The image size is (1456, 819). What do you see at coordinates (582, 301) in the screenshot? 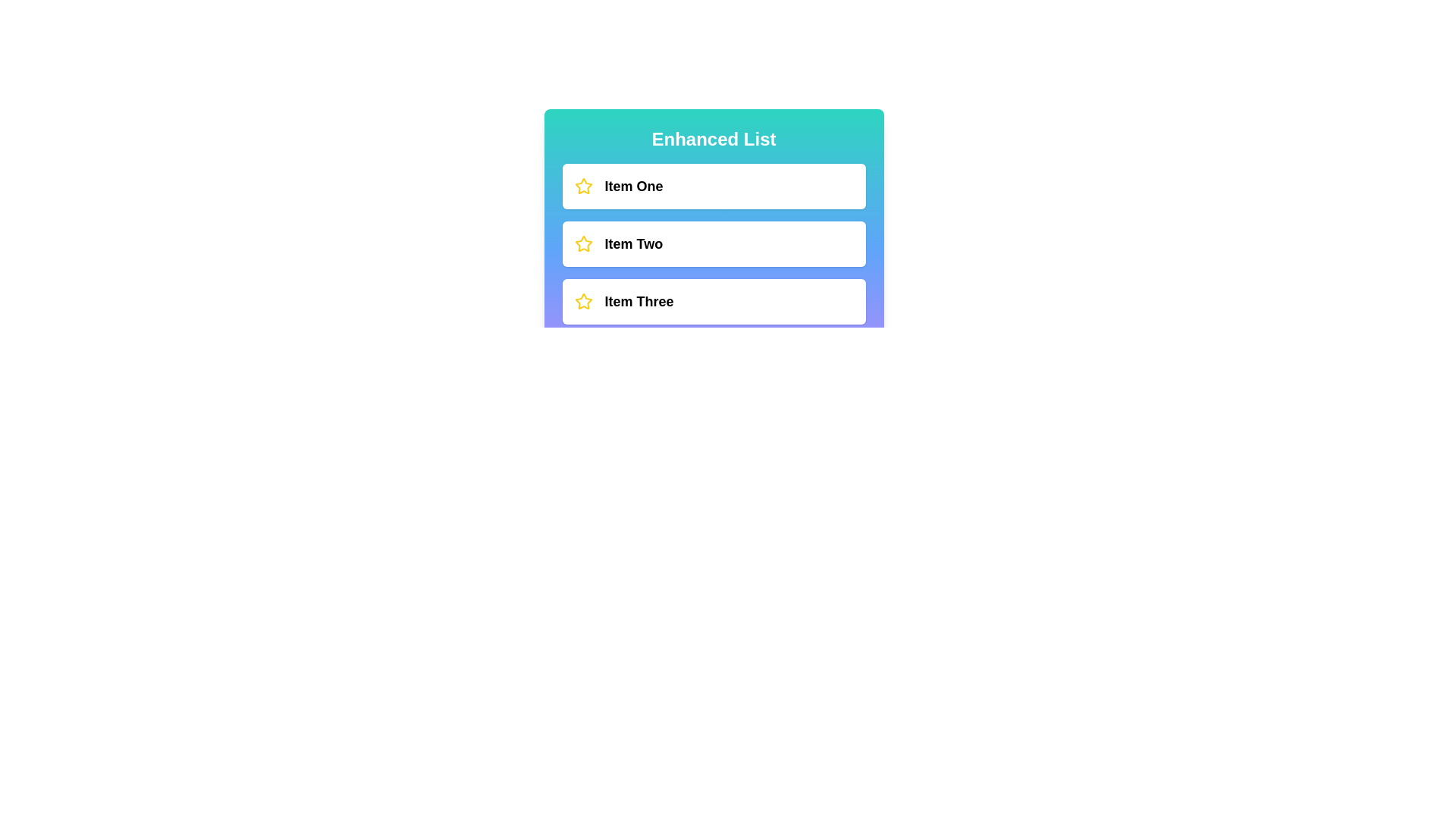
I see `the star icon next to Item Three to select it` at bounding box center [582, 301].